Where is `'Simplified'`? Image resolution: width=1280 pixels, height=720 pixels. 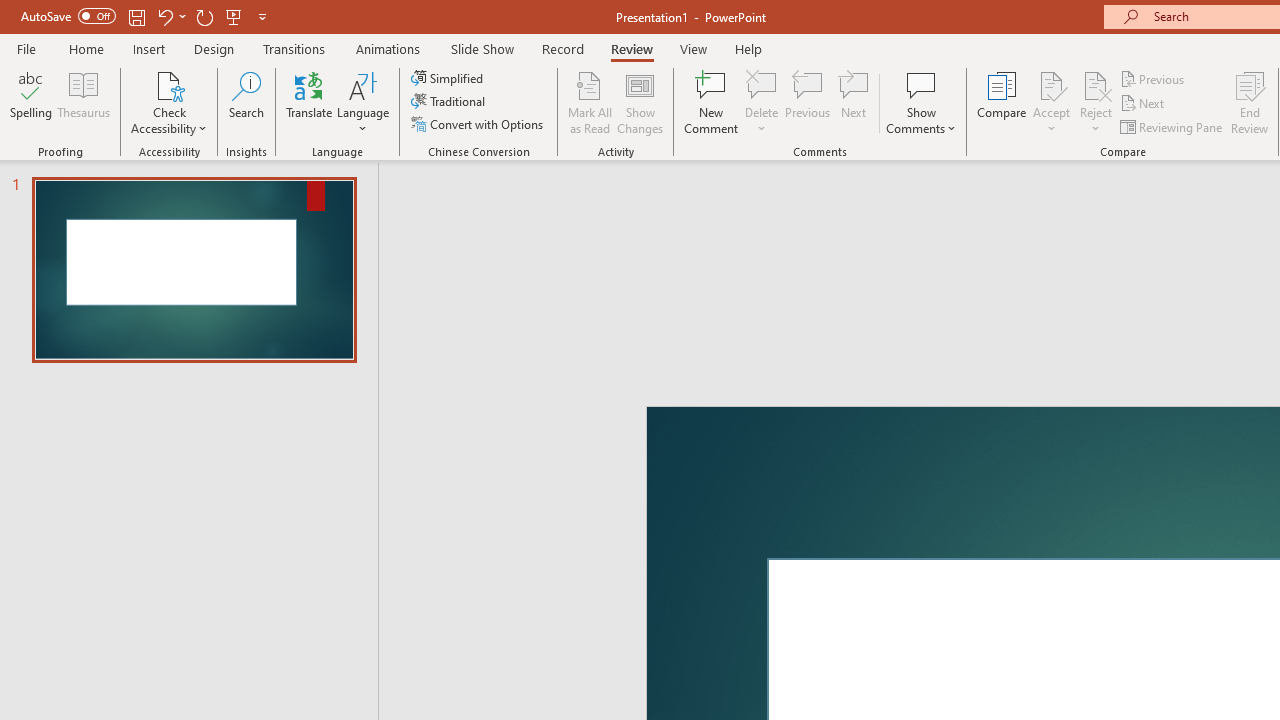
'Simplified' is located at coordinates (448, 77).